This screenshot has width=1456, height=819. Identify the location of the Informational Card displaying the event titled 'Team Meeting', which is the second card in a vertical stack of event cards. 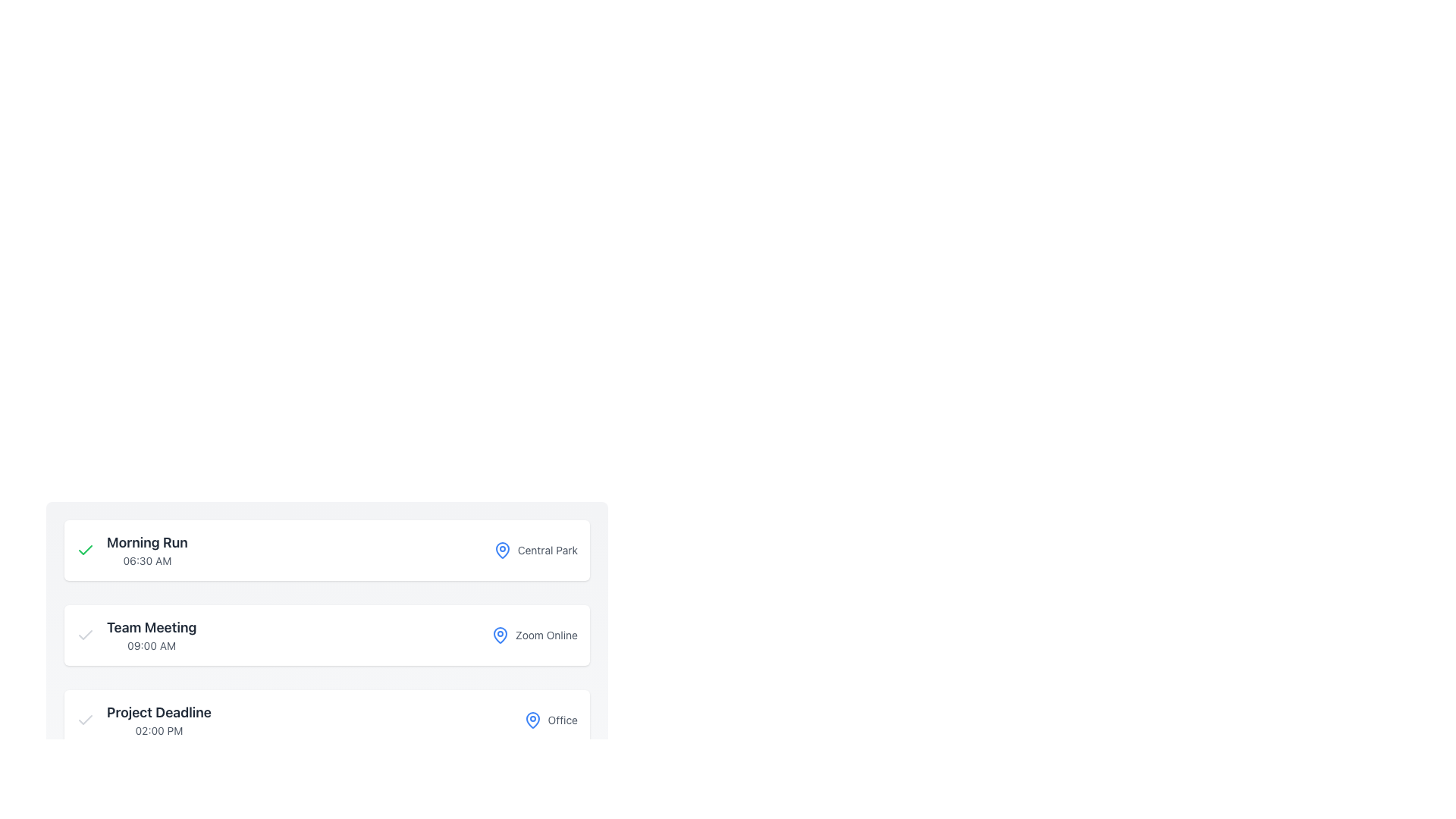
(326, 610).